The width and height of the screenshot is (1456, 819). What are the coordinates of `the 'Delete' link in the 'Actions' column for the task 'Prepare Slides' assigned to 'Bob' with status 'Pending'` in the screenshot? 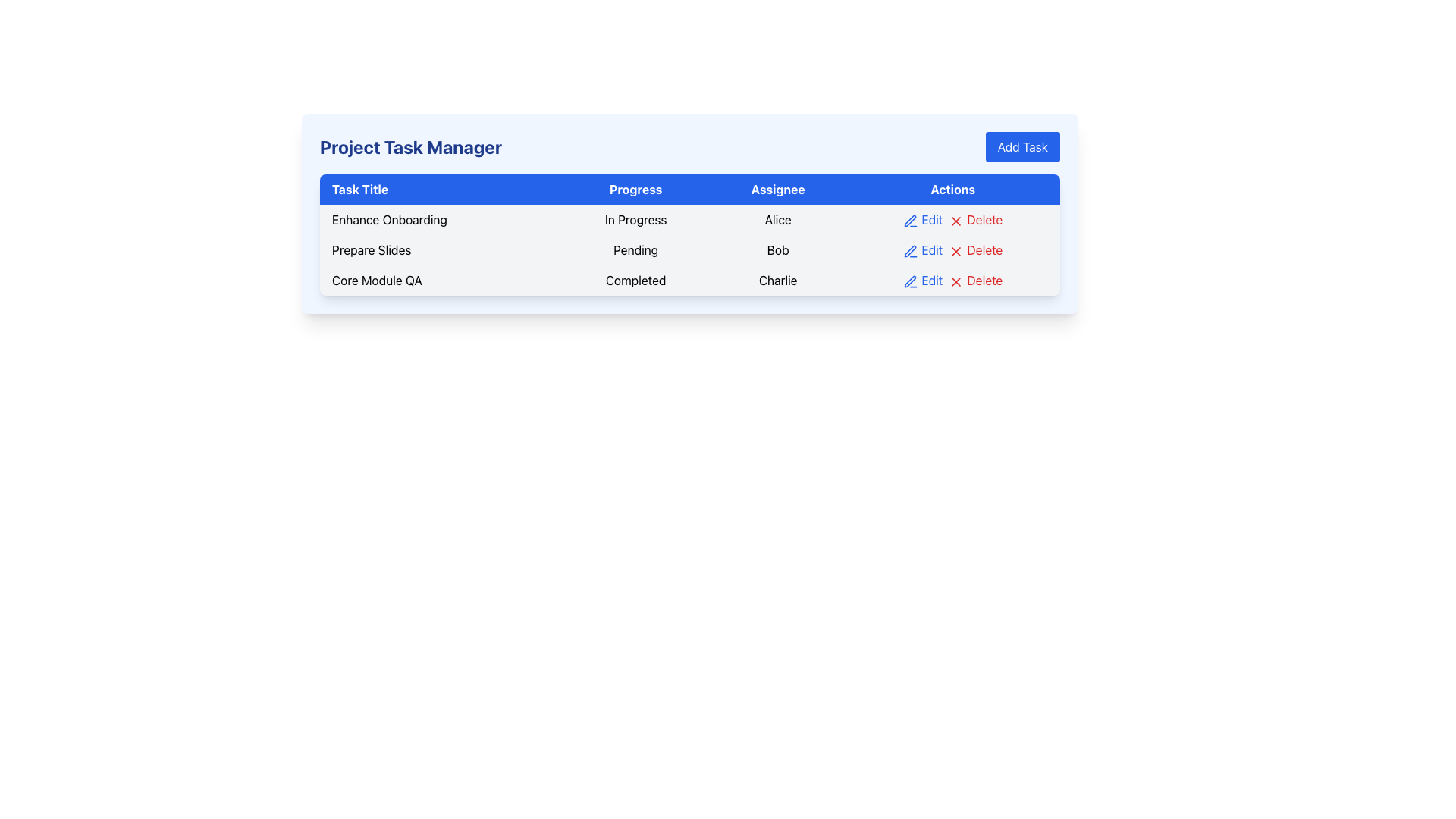 It's located at (952, 249).